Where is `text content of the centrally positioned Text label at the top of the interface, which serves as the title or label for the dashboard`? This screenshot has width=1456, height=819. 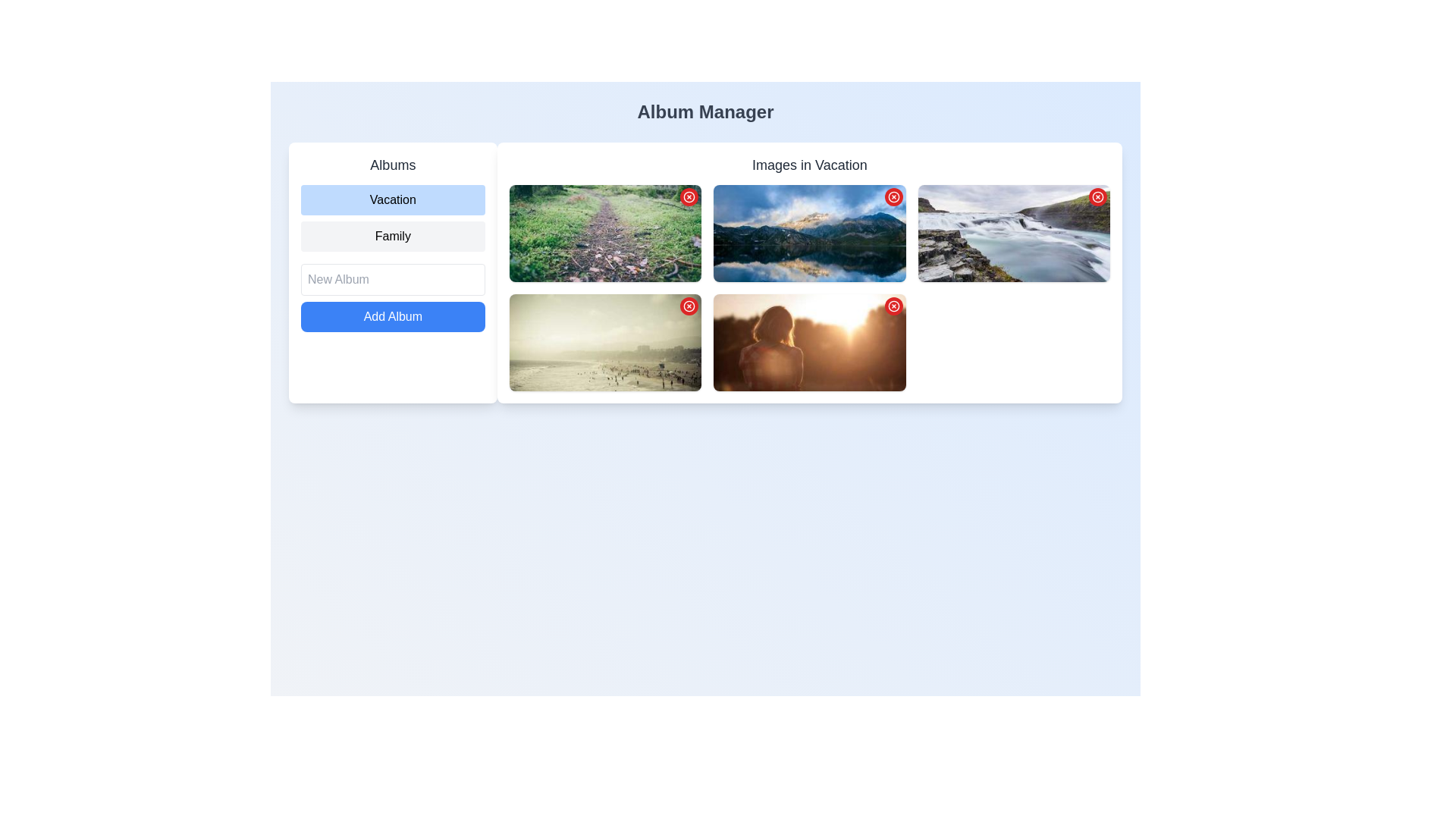 text content of the centrally positioned Text label at the top of the interface, which serves as the title or label for the dashboard is located at coordinates (704, 111).